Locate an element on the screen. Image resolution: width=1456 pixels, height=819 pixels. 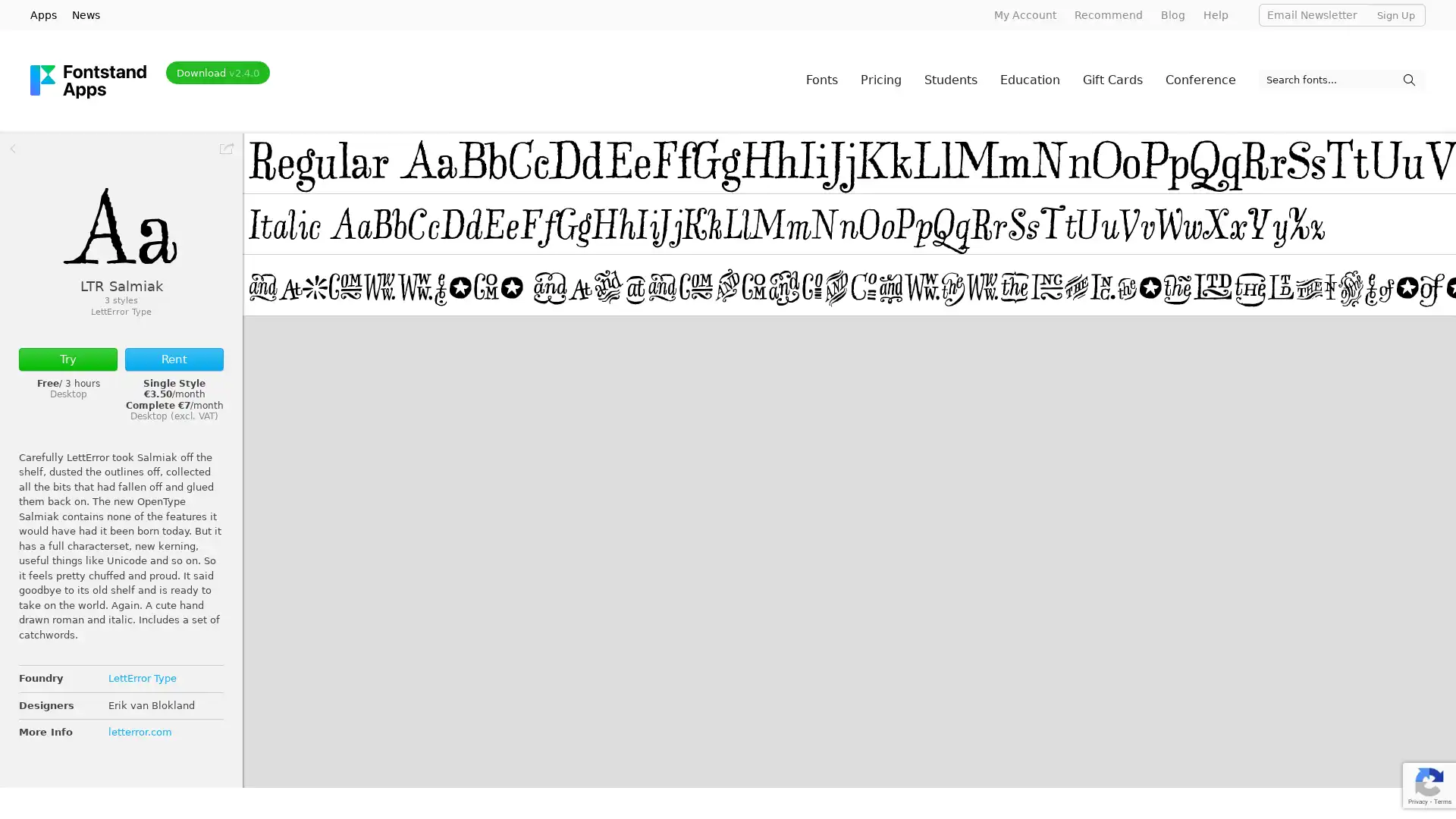
Sign Up is located at coordinates (1395, 14).